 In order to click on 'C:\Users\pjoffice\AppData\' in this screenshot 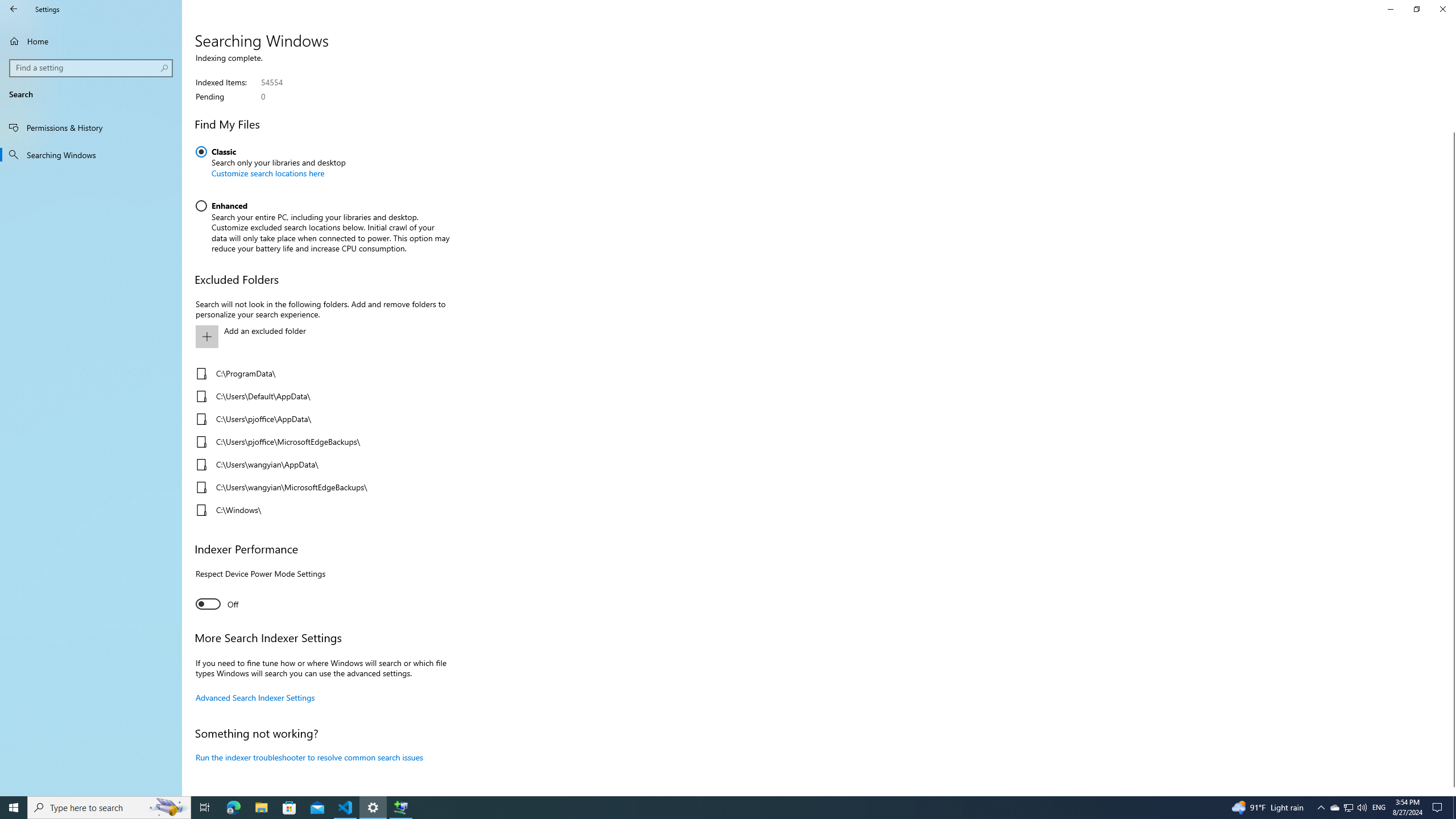, I will do `click(318, 419)`.